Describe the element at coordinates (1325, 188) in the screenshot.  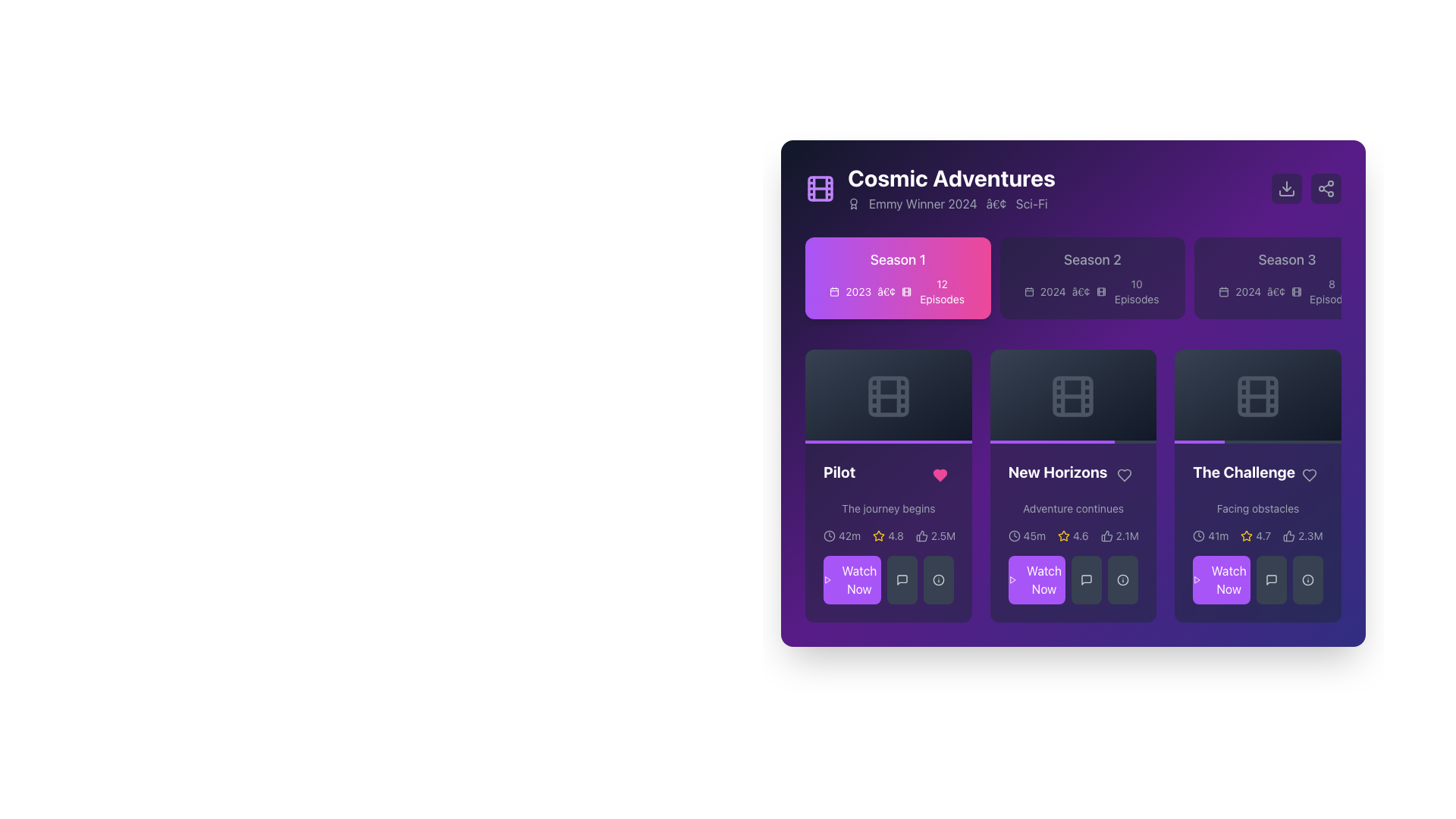
I see `the share button, which is the second button in a group of two interactive buttons located at the top right corner of the interface` at that location.